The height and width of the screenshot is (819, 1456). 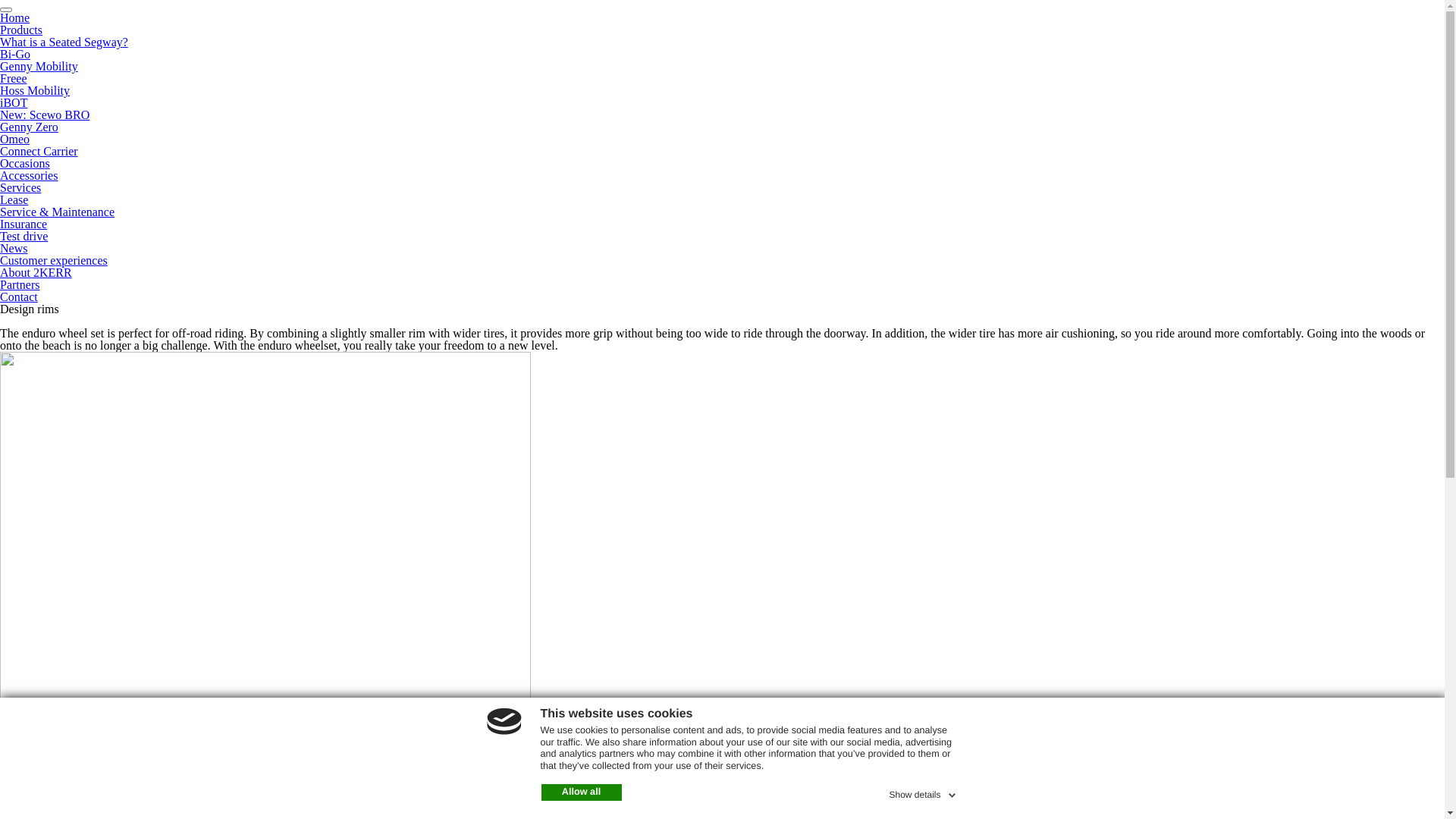 I want to click on 'News', so click(x=14, y=247).